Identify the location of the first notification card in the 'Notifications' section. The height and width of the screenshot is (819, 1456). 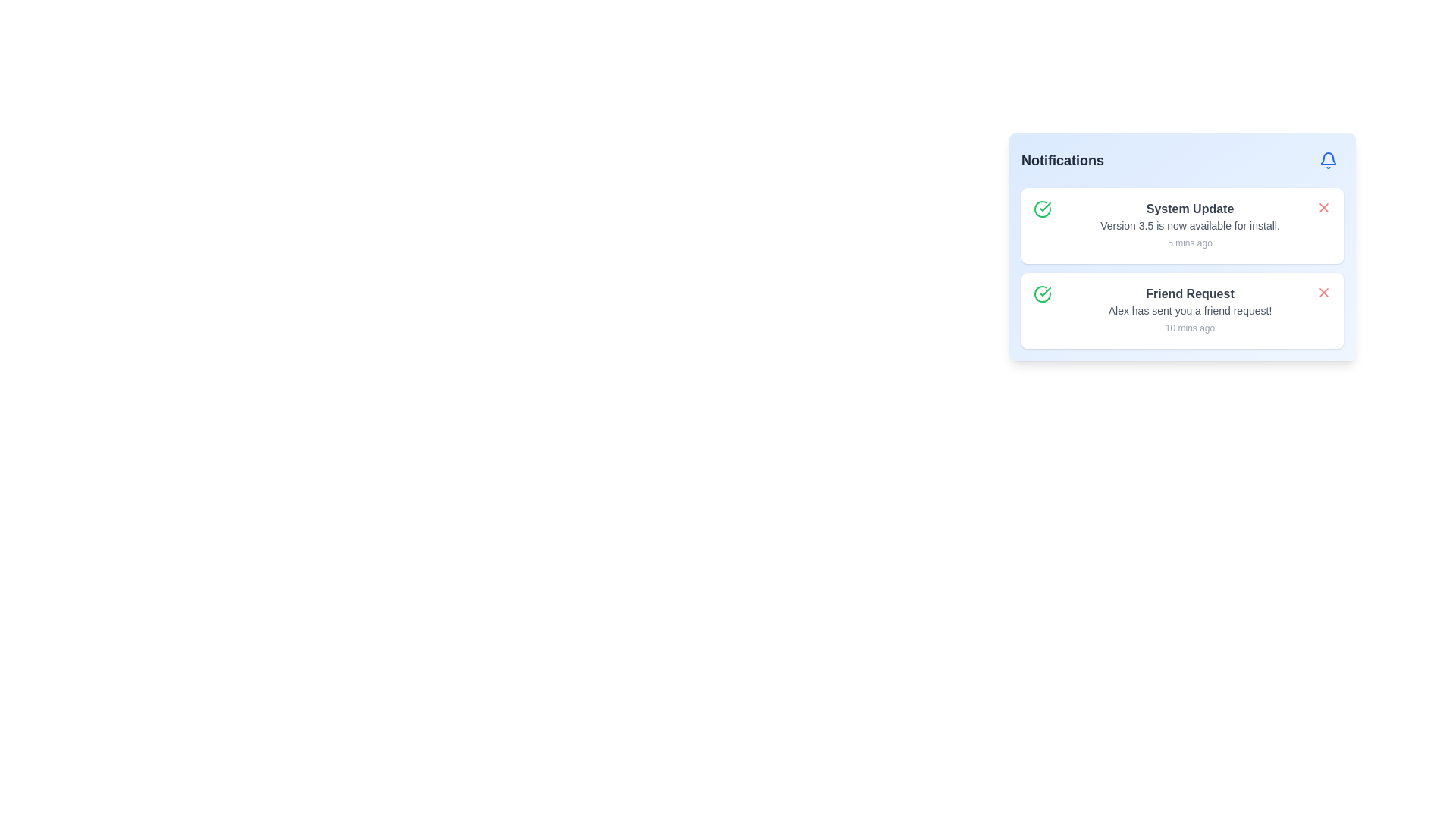
(1189, 225).